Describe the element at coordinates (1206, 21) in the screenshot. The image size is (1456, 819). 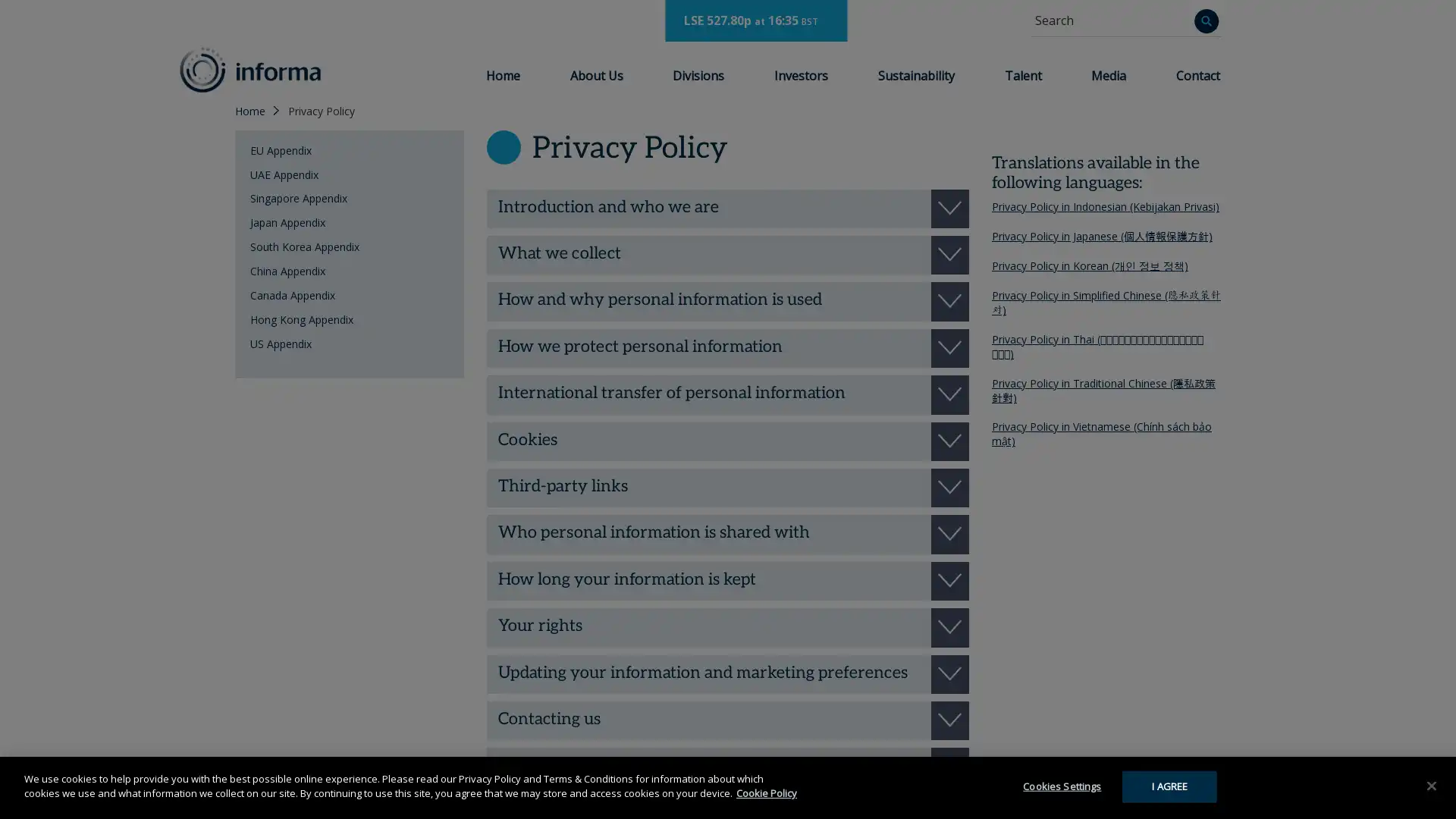
I see `Search` at that location.